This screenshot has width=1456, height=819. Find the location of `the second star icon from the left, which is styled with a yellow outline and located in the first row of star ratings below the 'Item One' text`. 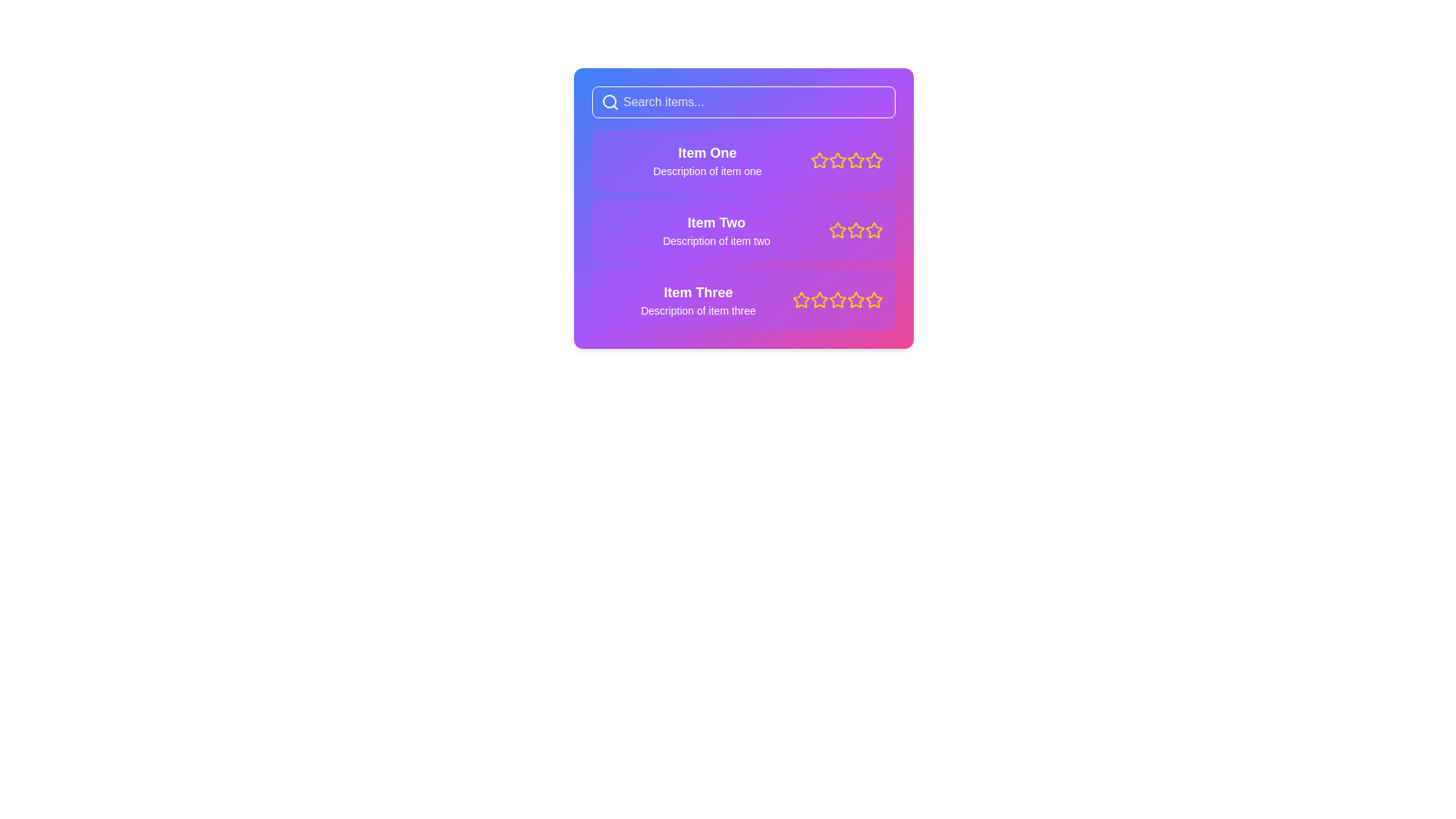

the second star icon from the left, which is styled with a yellow outline and located in the first row of star ratings below the 'Item One' text is located at coordinates (836, 160).